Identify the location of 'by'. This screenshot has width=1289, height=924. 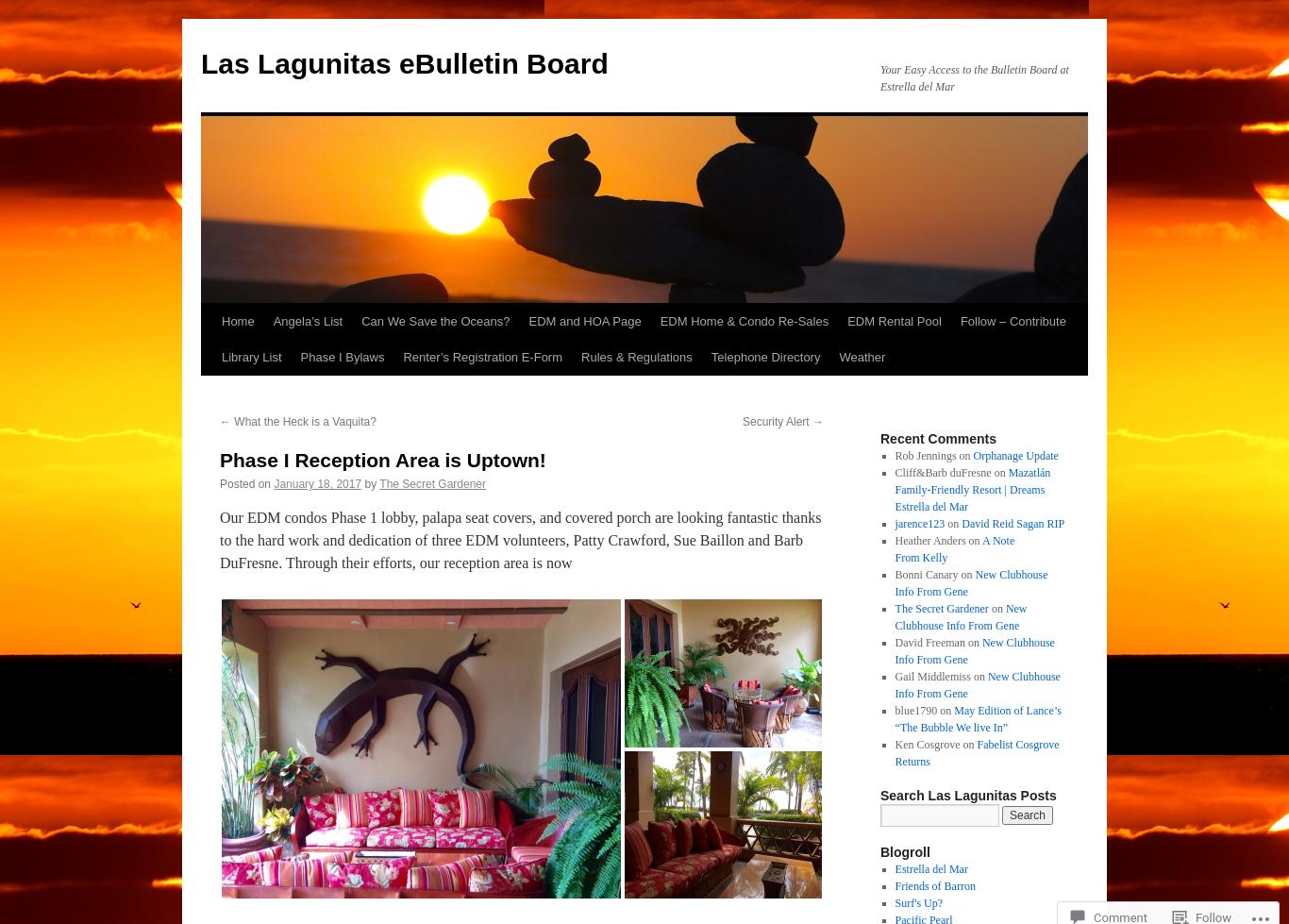
(369, 482).